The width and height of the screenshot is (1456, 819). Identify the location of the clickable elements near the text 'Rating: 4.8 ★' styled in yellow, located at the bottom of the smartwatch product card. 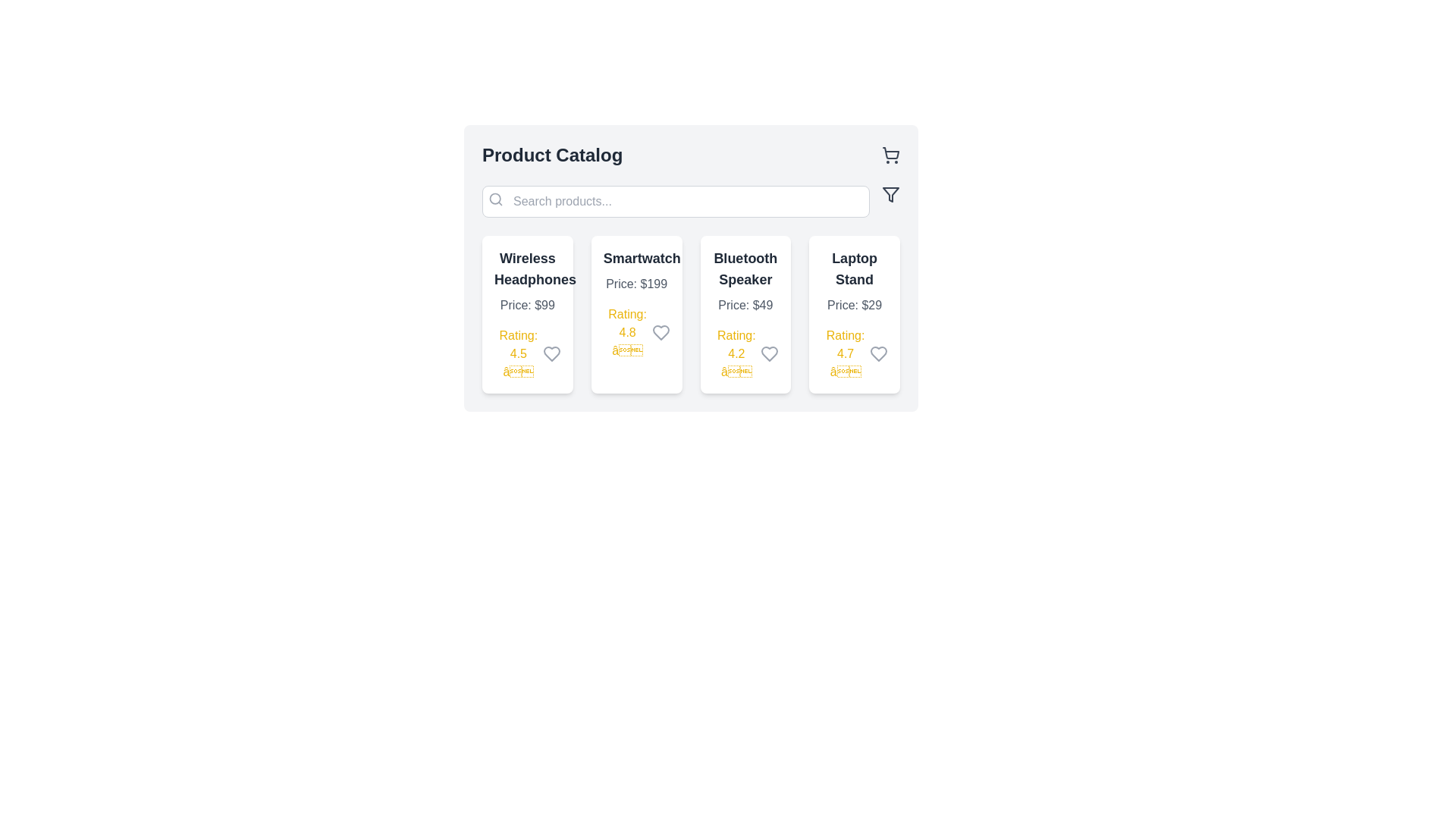
(636, 332).